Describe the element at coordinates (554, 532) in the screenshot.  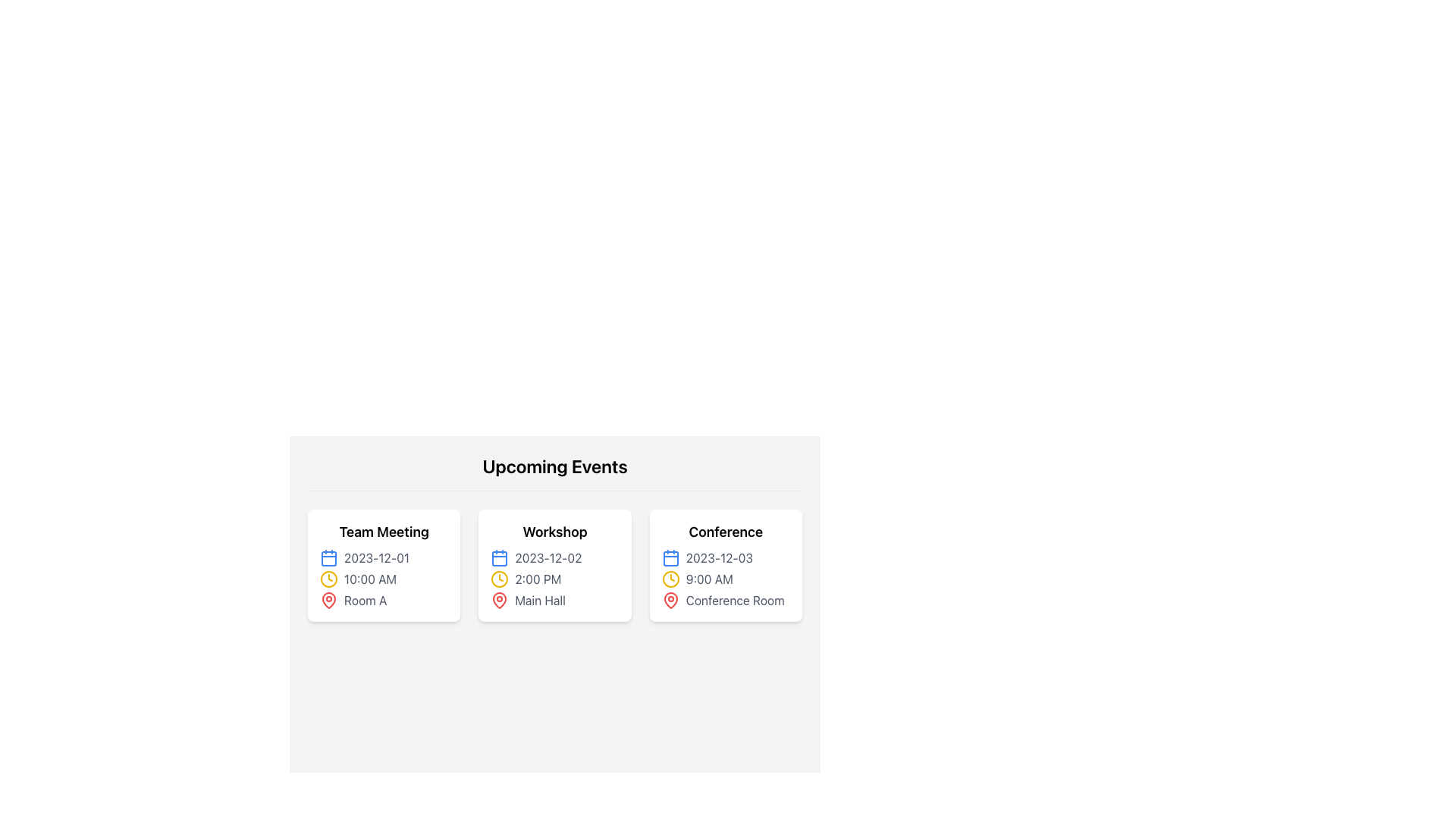
I see `the 'Workshop' text label, which is a bold header within the middle card of the 'Upcoming Events' section` at that location.